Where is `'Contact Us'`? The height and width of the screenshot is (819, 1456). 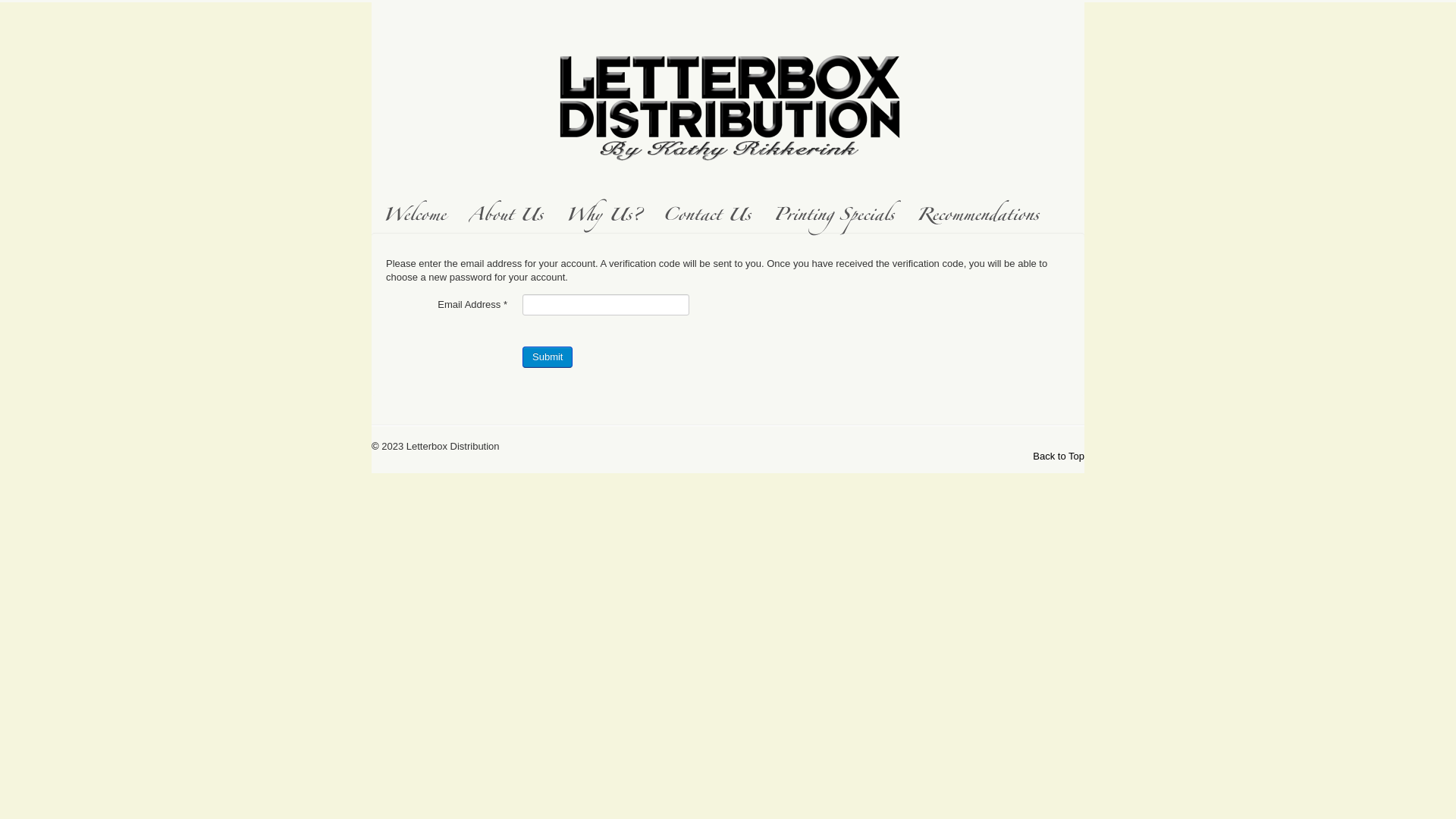 'Contact Us' is located at coordinates (651, 217).